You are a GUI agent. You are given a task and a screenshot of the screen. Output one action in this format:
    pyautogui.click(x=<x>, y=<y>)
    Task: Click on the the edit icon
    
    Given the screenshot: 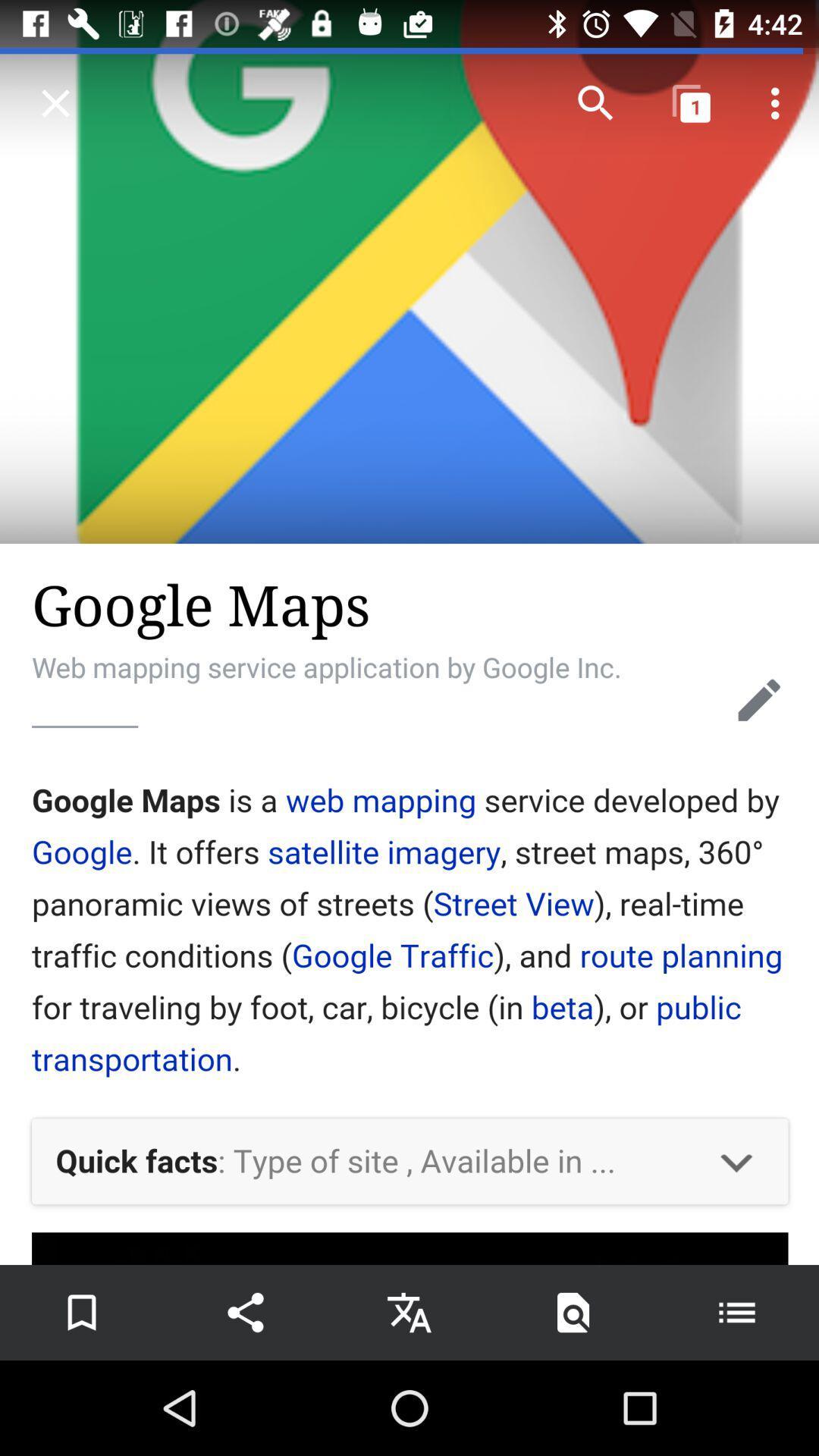 What is the action you would take?
    pyautogui.click(x=759, y=699)
    